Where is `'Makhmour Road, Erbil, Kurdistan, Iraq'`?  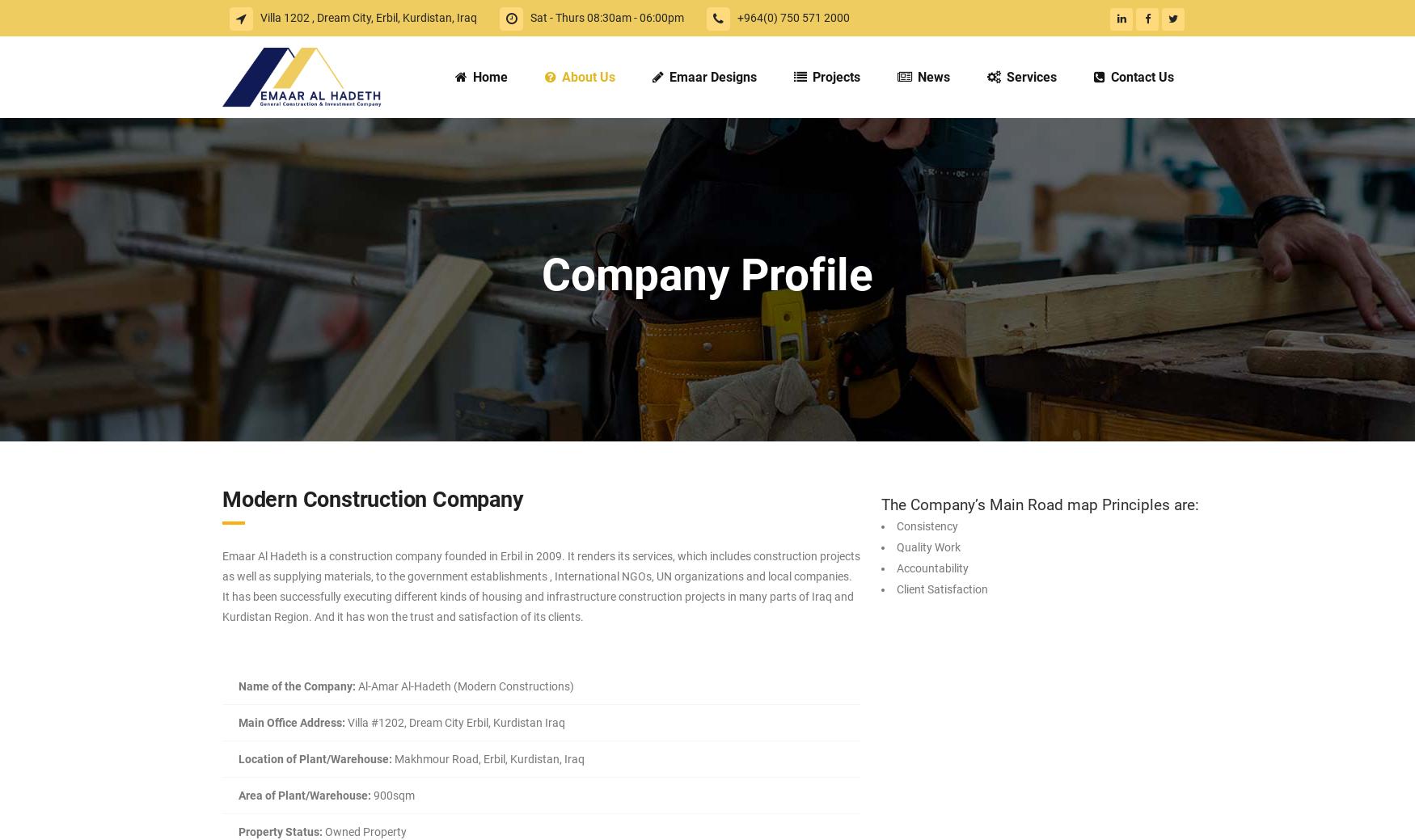 'Makhmour Road, Erbil, Kurdistan, Iraq' is located at coordinates (488, 759).